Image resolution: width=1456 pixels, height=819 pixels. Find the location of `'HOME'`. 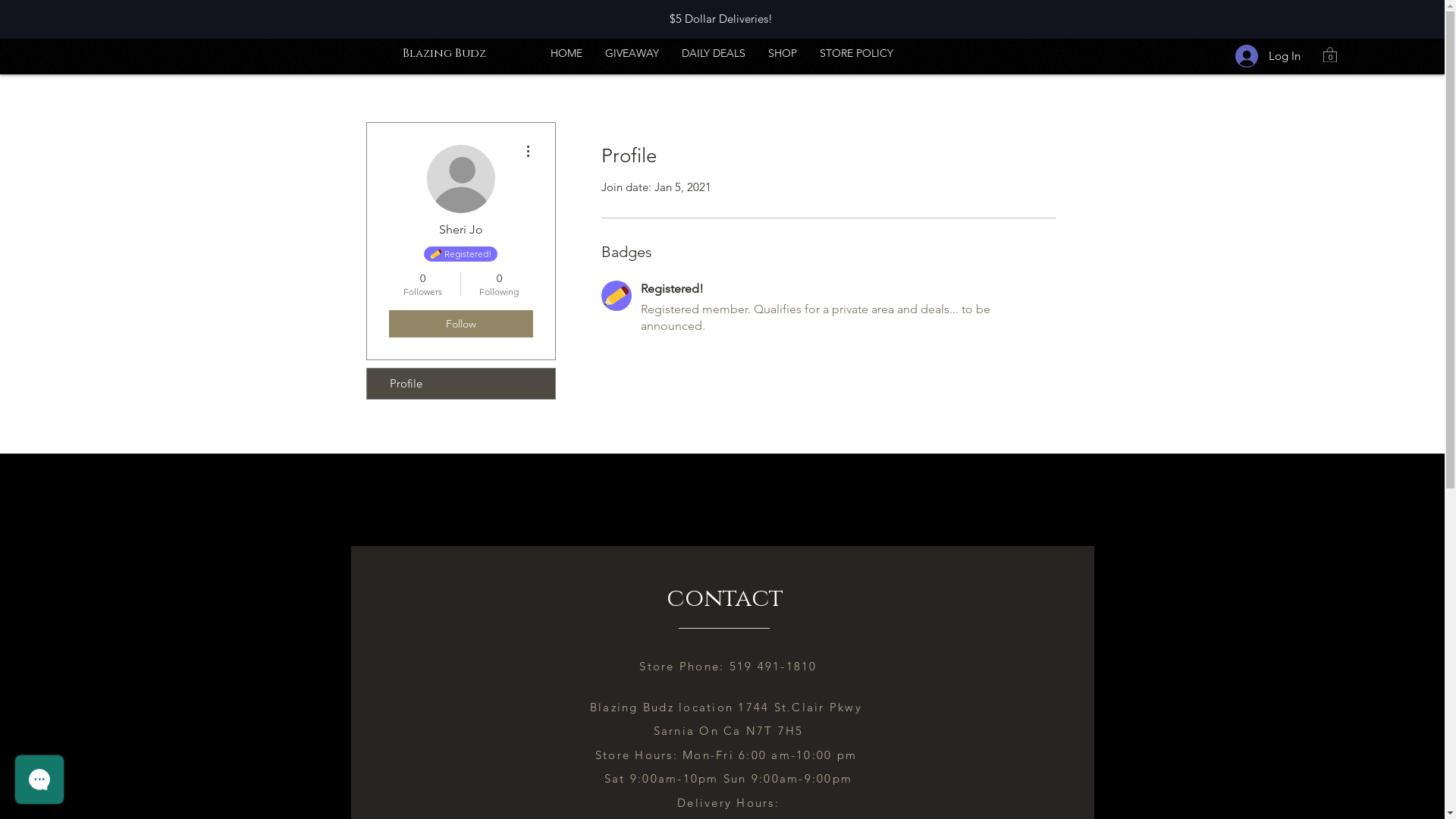

'HOME' is located at coordinates (538, 52).